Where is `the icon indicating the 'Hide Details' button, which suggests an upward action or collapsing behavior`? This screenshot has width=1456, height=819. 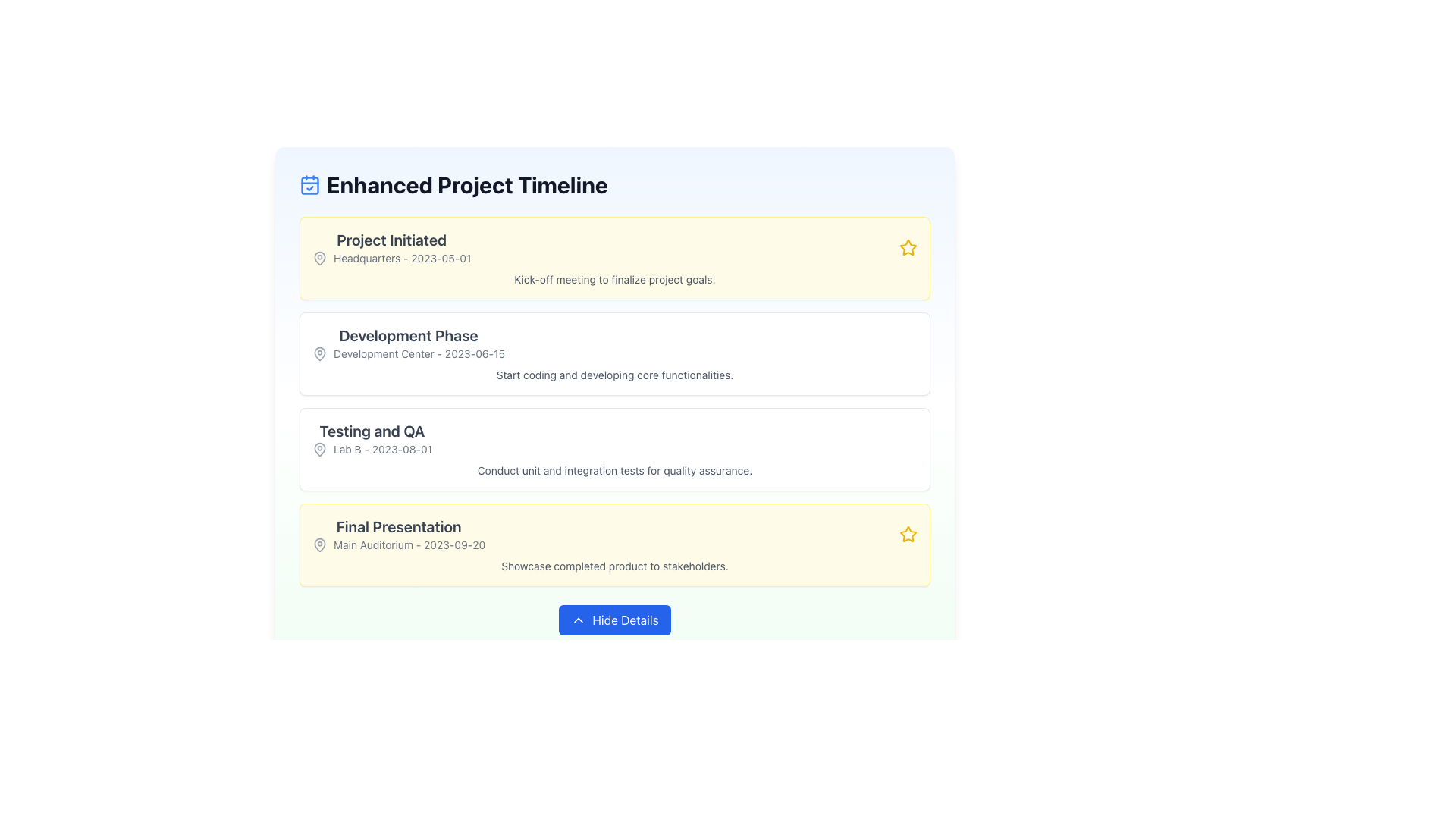 the icon indicating the 'Hide Details' button, which suggests an upward action or collapsing behavior is located at coordinates (578, 620).